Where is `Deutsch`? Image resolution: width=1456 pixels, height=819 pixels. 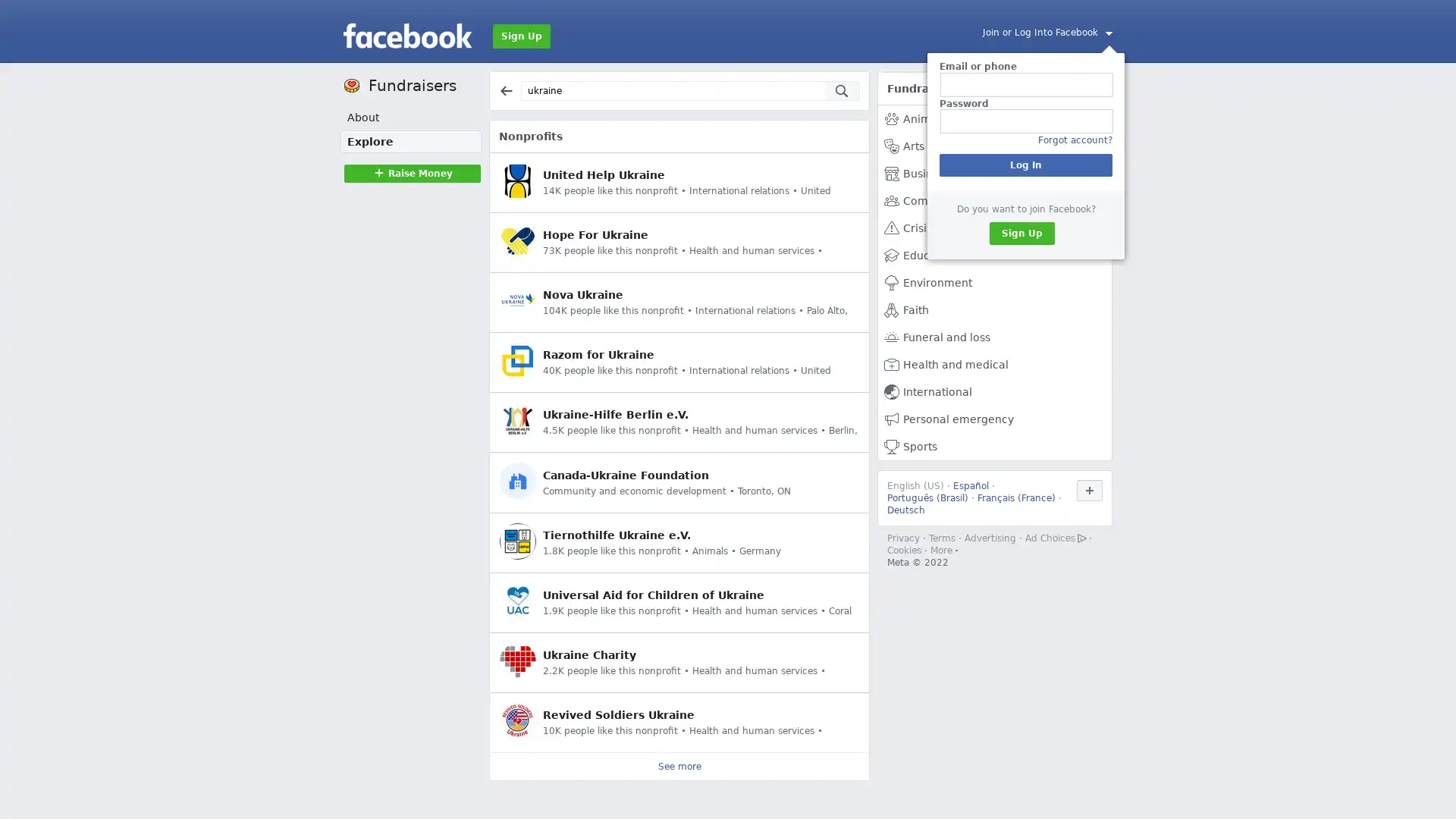 Deutsch is located at coordinates (906, 510).